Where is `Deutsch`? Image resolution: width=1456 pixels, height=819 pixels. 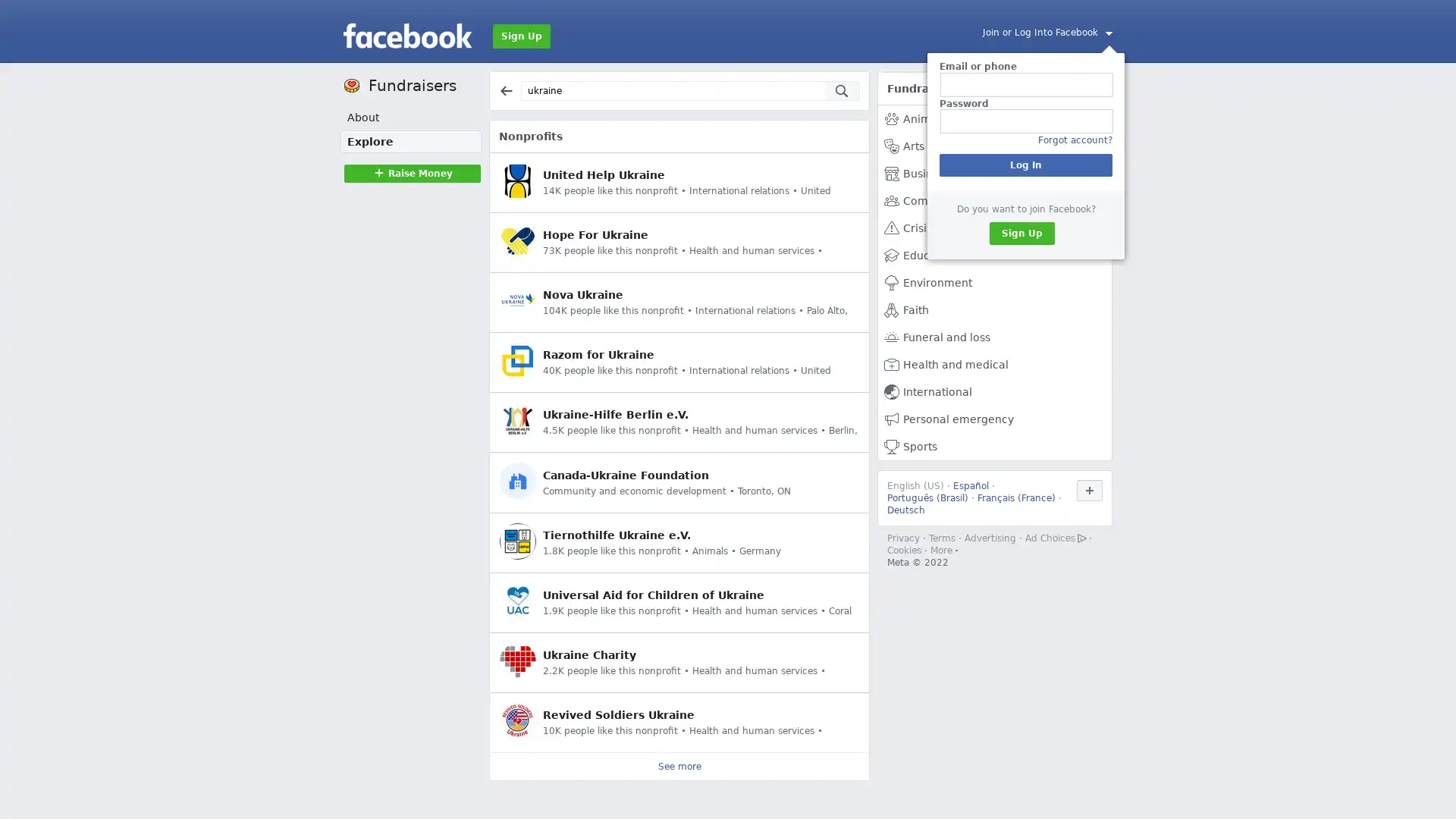 Deutsch is located at coordinates (906, 510).